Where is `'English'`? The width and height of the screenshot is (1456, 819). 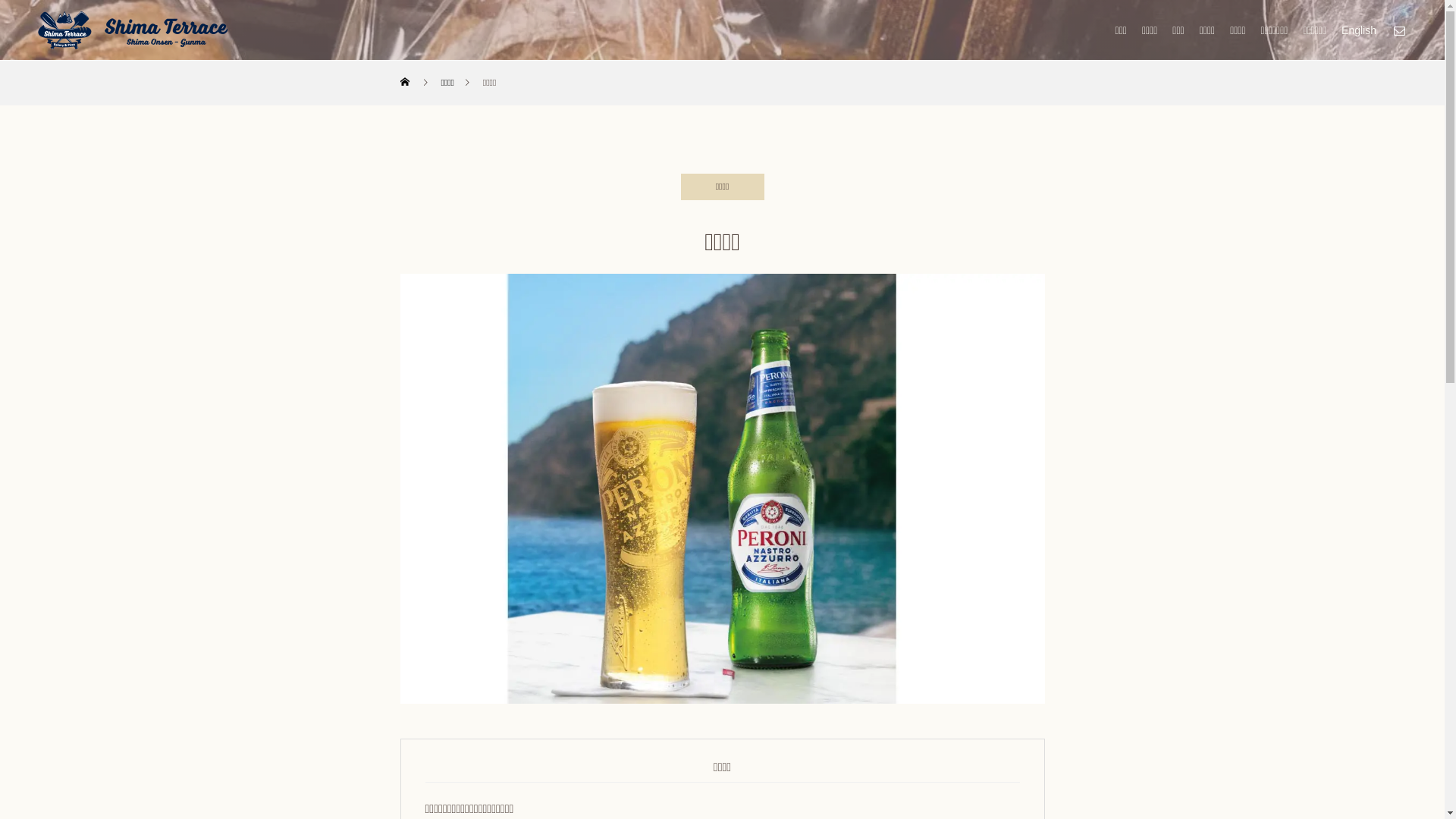 'English' is located at coordinates (1358, 30).